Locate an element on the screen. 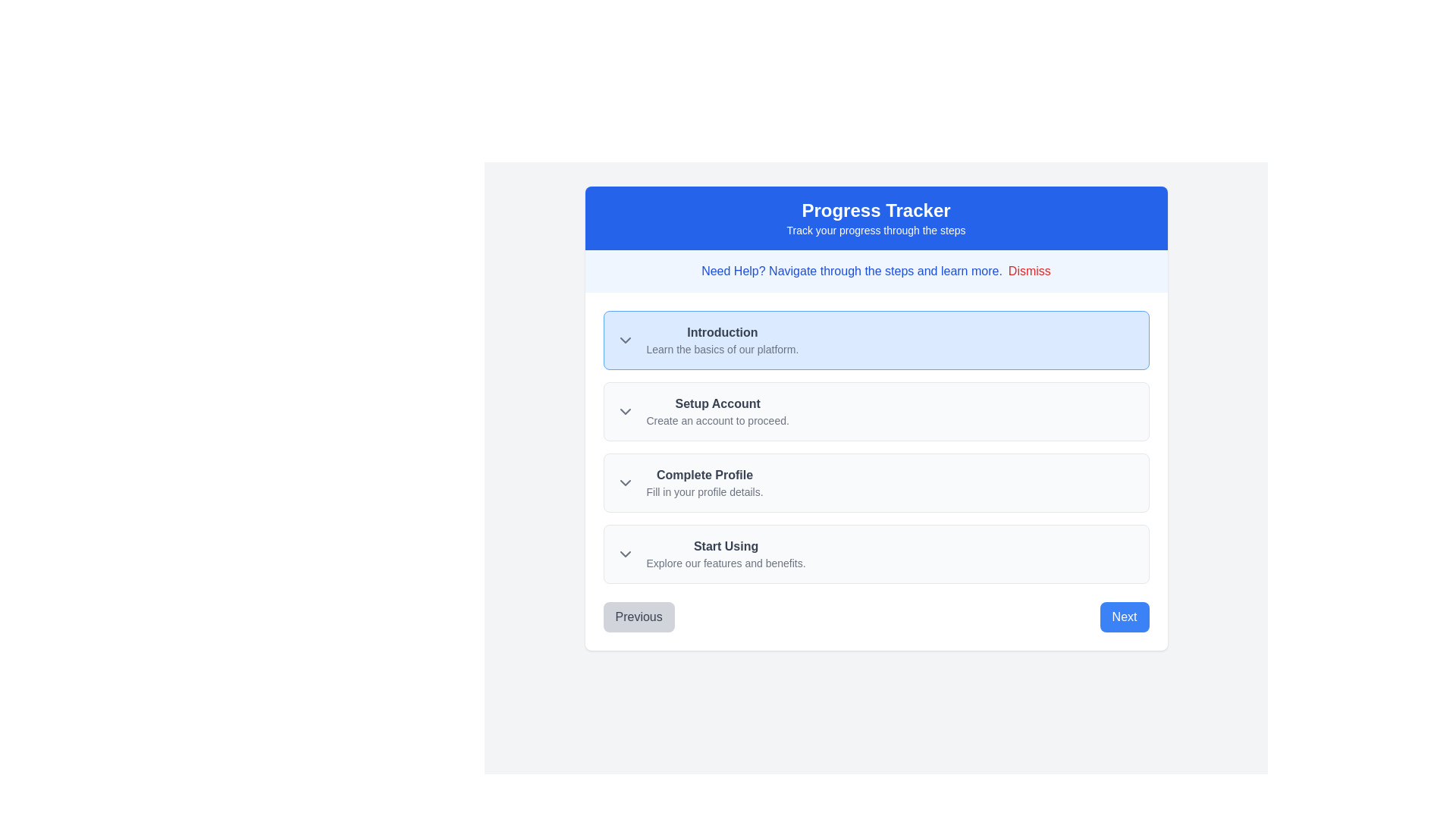 The image size is (1456, 819). informational text from the banner located below the 'Progress Tracker' section, providing guidance on navigating through the steps of the process is located at coordinates (876, 271).